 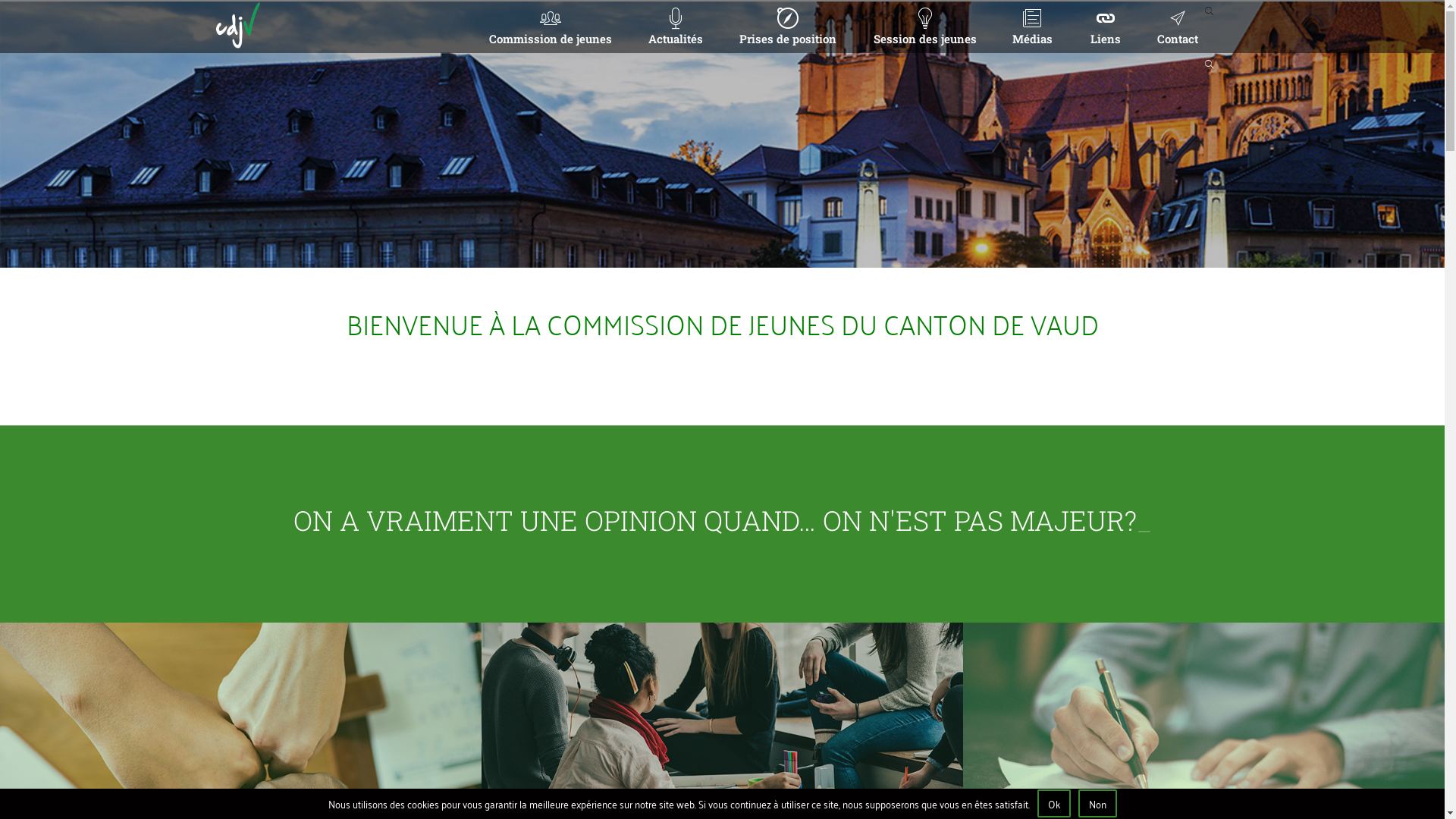 What do you see at coordinates (1037, 802) in the screenshot?
I see `'Ok'` at bounding box center [1037, 802].